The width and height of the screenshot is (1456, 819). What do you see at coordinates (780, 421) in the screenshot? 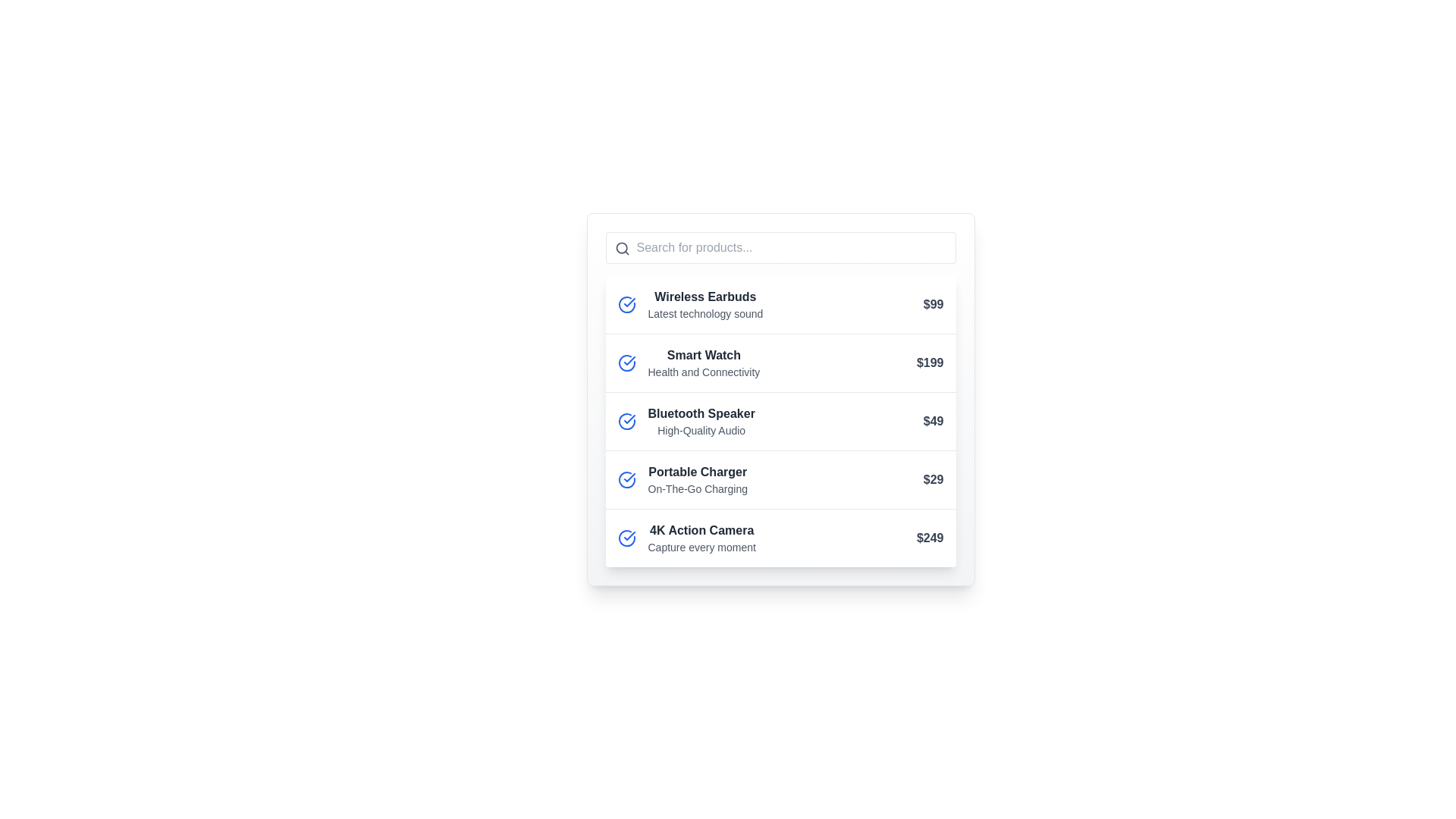
I see `the third product entry in the list, which is located between the 'Smart Watch' and 'Portable Charger' items, and is displayed within a white, rounded box with a shadow` at bounding box center [780, 421].